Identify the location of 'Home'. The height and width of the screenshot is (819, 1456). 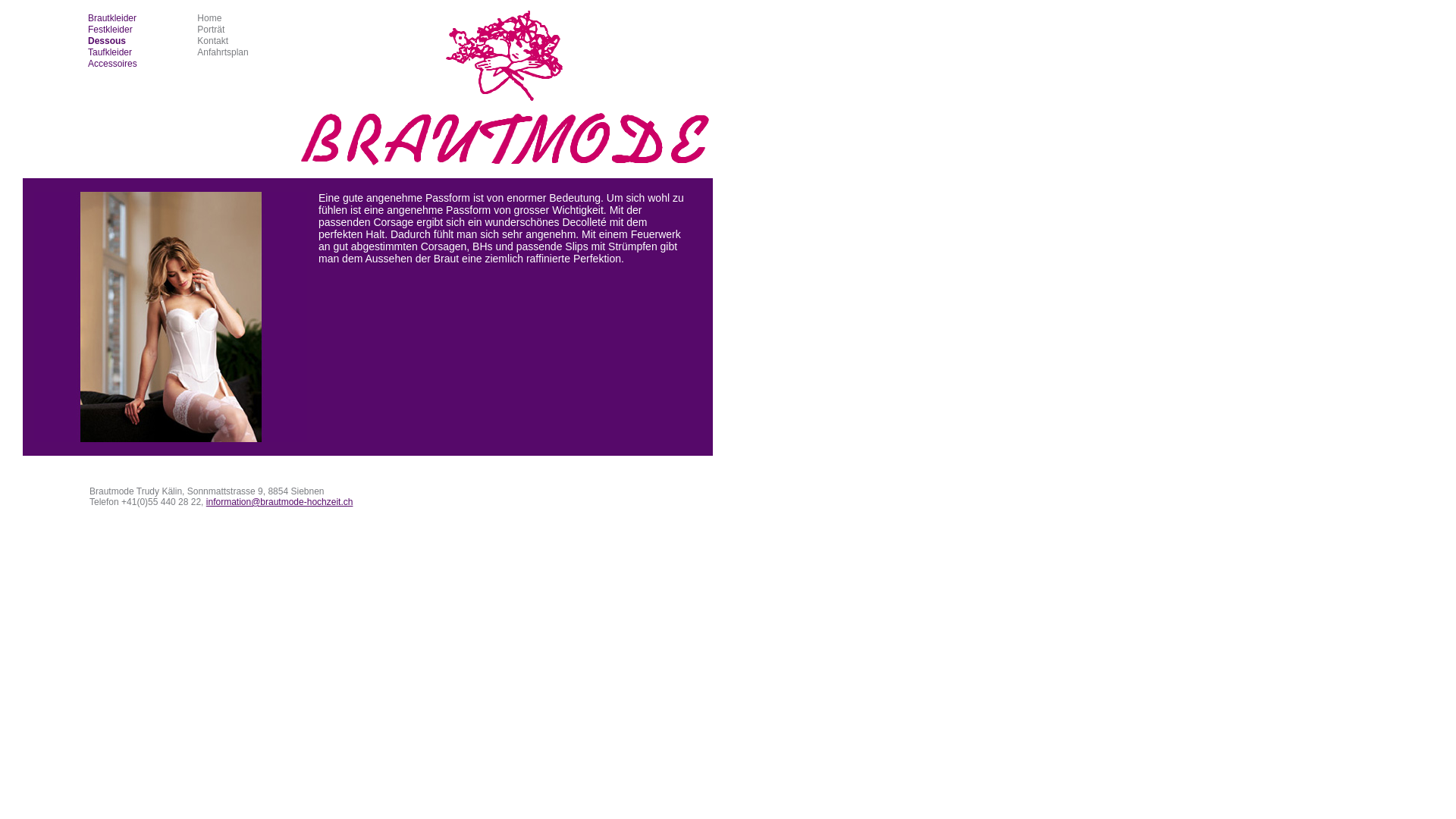
(208, 17).